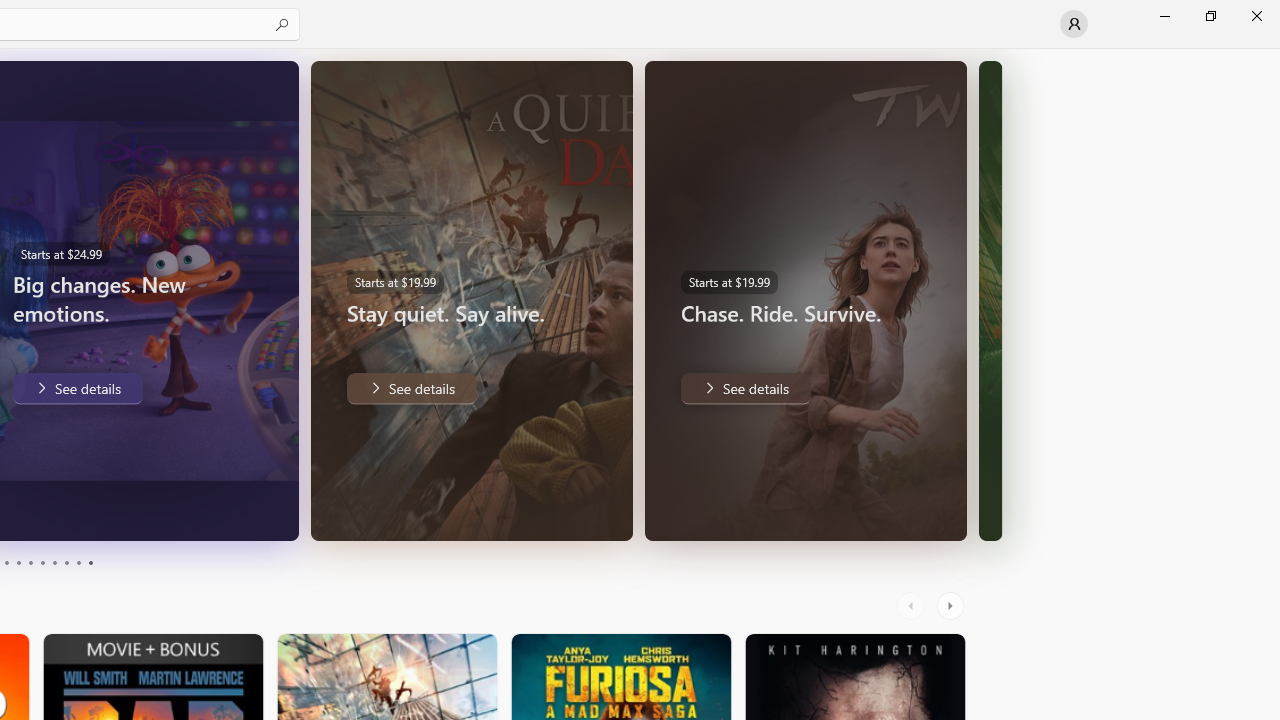 This screenshot has width=1280, height=720. Describe the element at coordinates (5, 563) in the screenshot. I see `'Page 3'` at that location.